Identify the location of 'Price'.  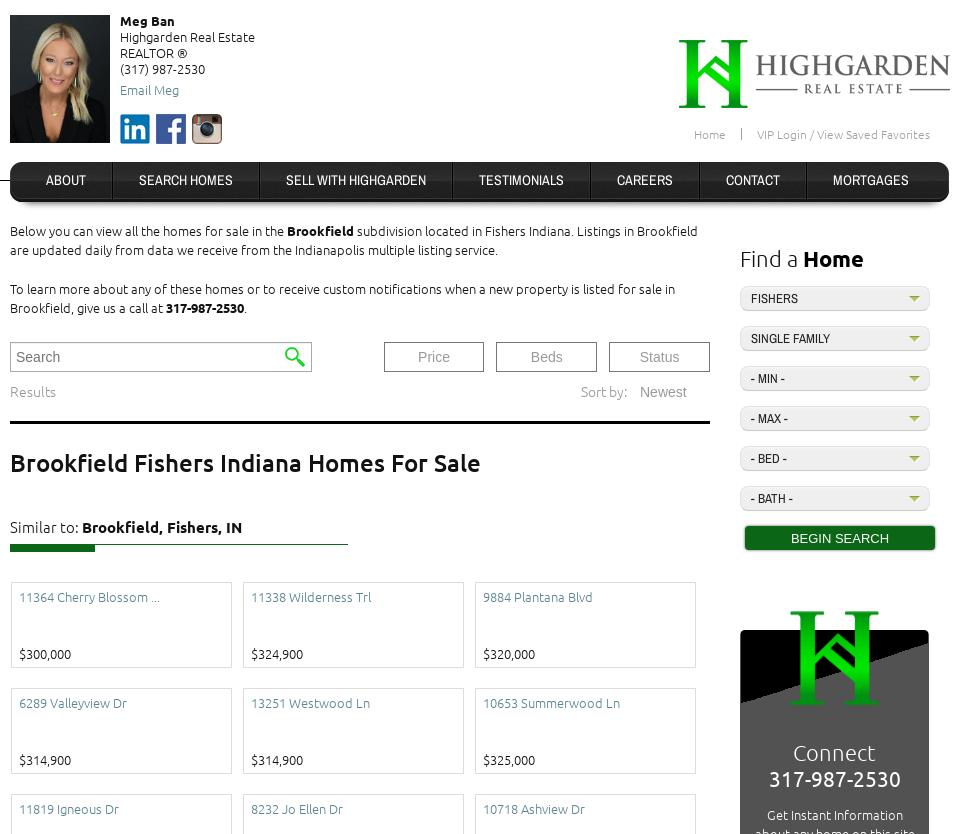
(433, 356).